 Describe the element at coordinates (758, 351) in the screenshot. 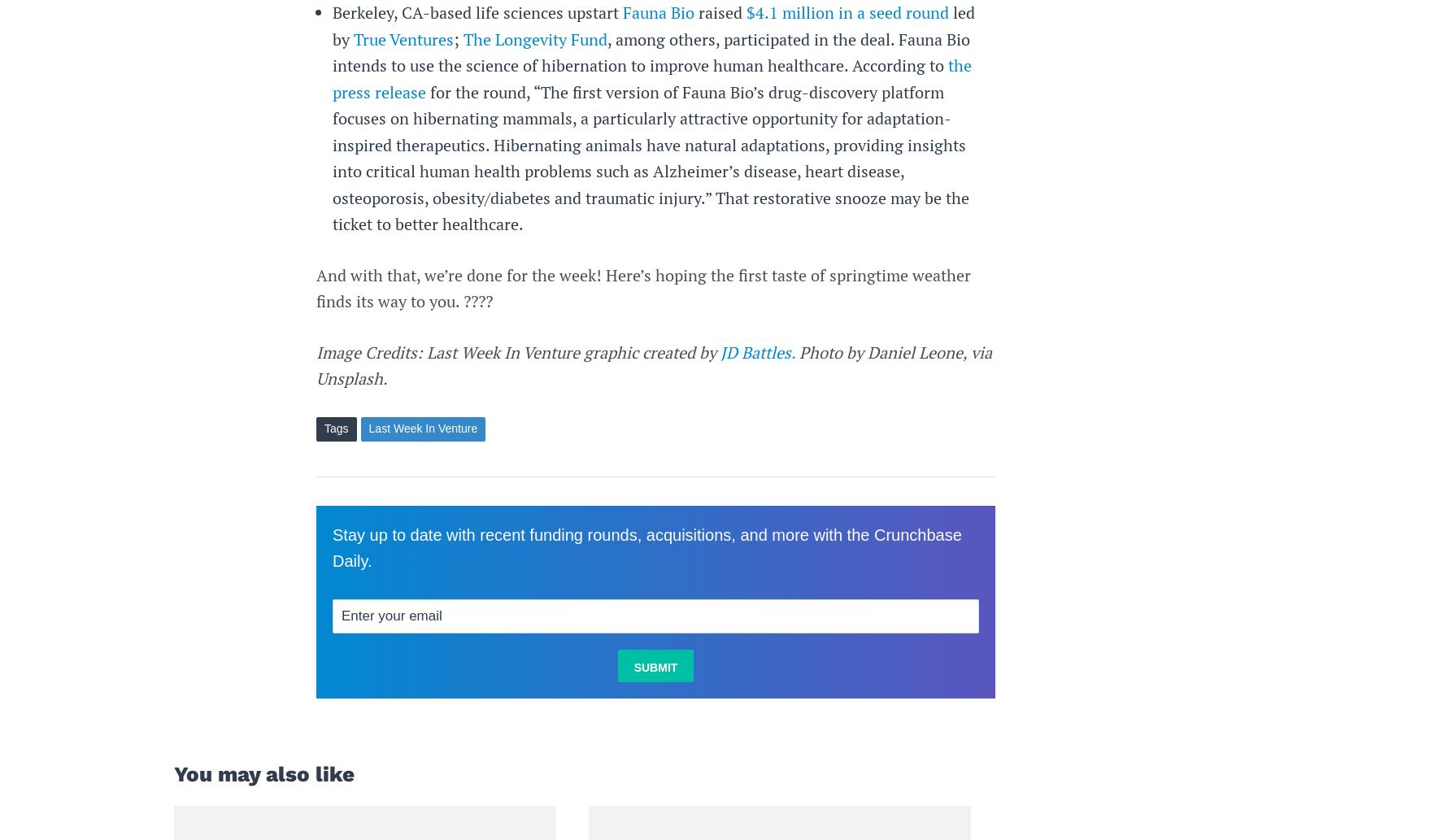

I see `'JD Battles.'` at that location.